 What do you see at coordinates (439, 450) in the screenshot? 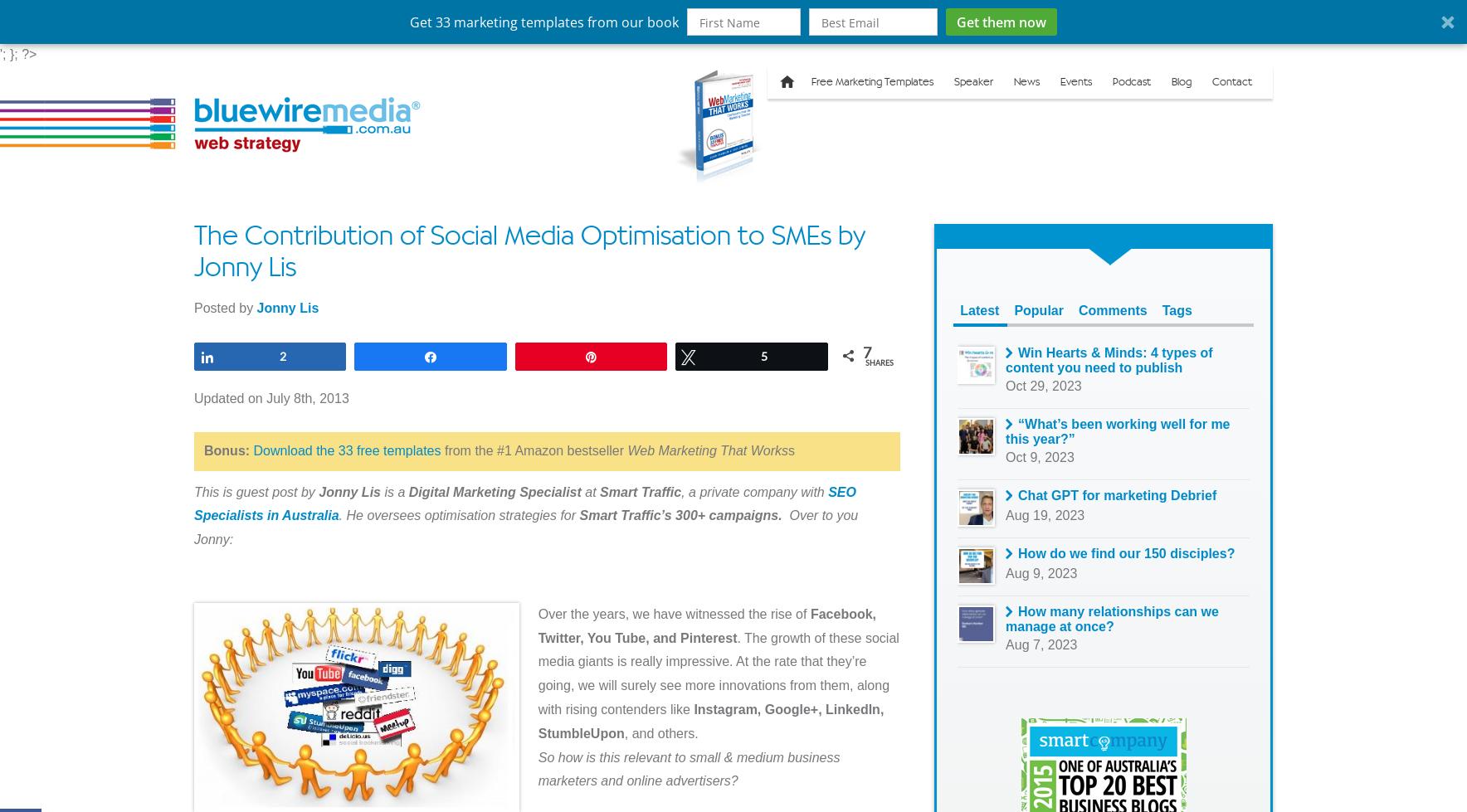
I see `'from the #1 Amazon bestseller'` at bounding box center [439, 450].